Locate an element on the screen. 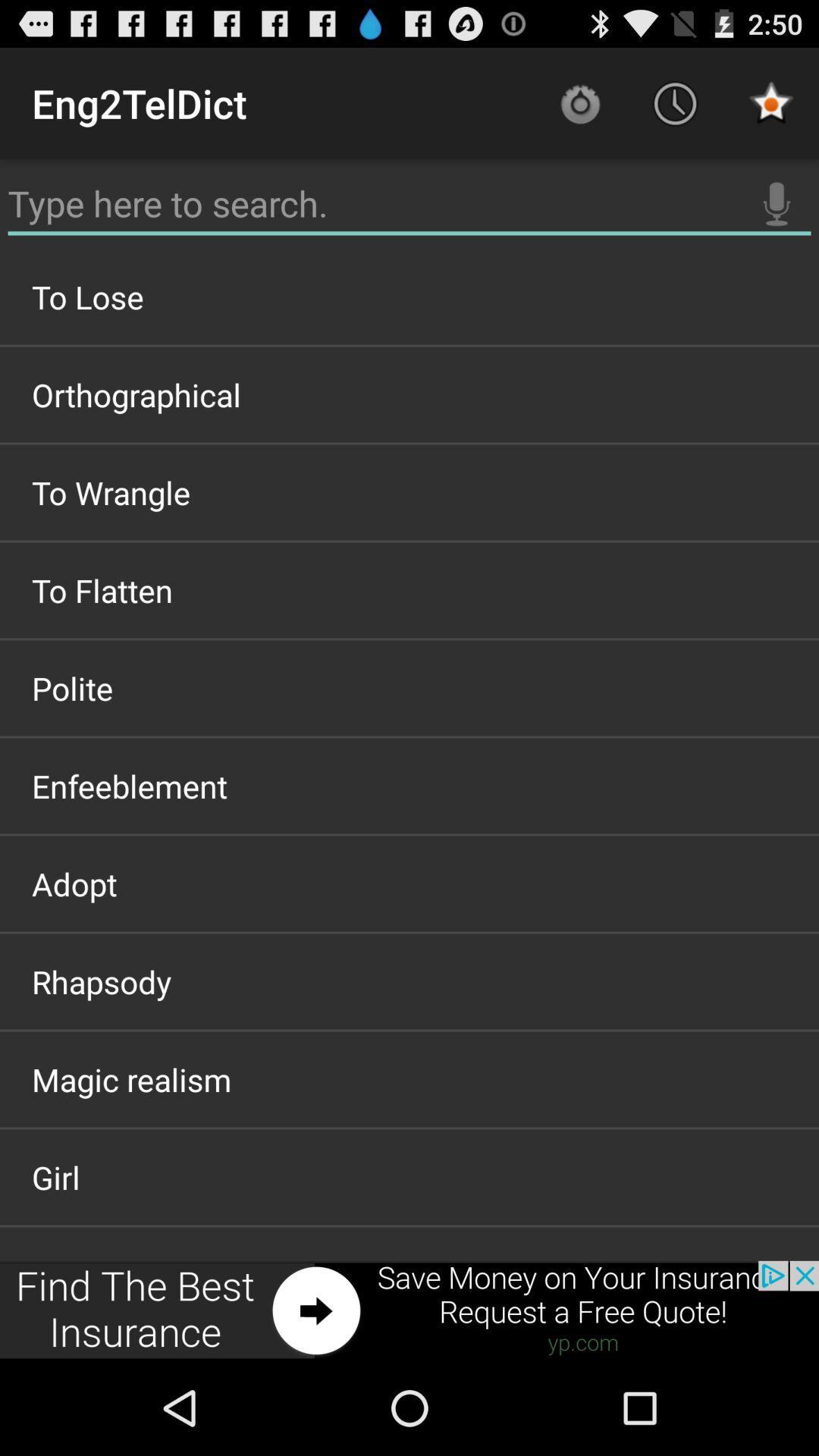  item below the girl icon is located at coordinates (409, 1310).